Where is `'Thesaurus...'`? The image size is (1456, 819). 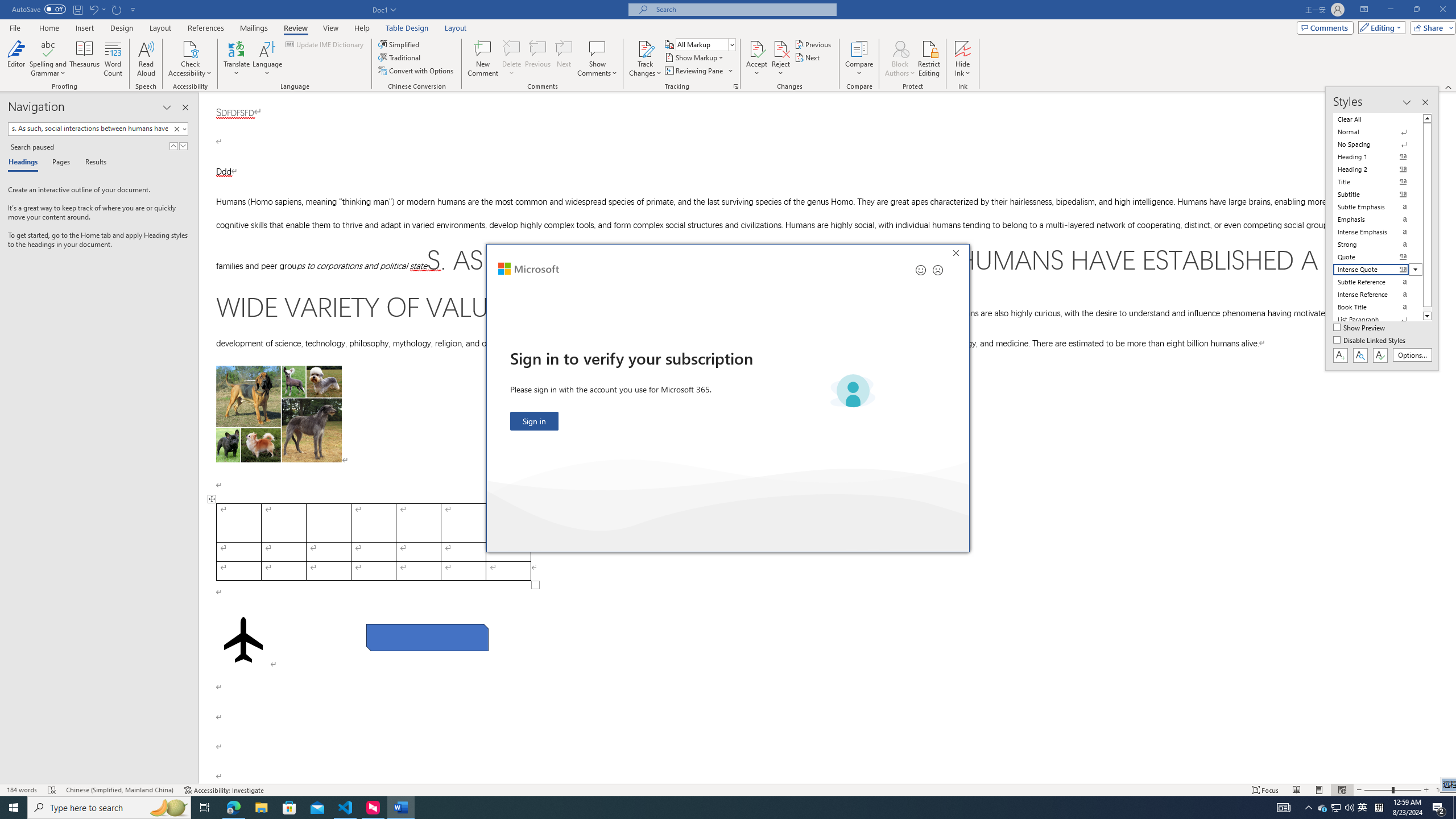
'Thesaurus...' is located at coordinates (84, 59).